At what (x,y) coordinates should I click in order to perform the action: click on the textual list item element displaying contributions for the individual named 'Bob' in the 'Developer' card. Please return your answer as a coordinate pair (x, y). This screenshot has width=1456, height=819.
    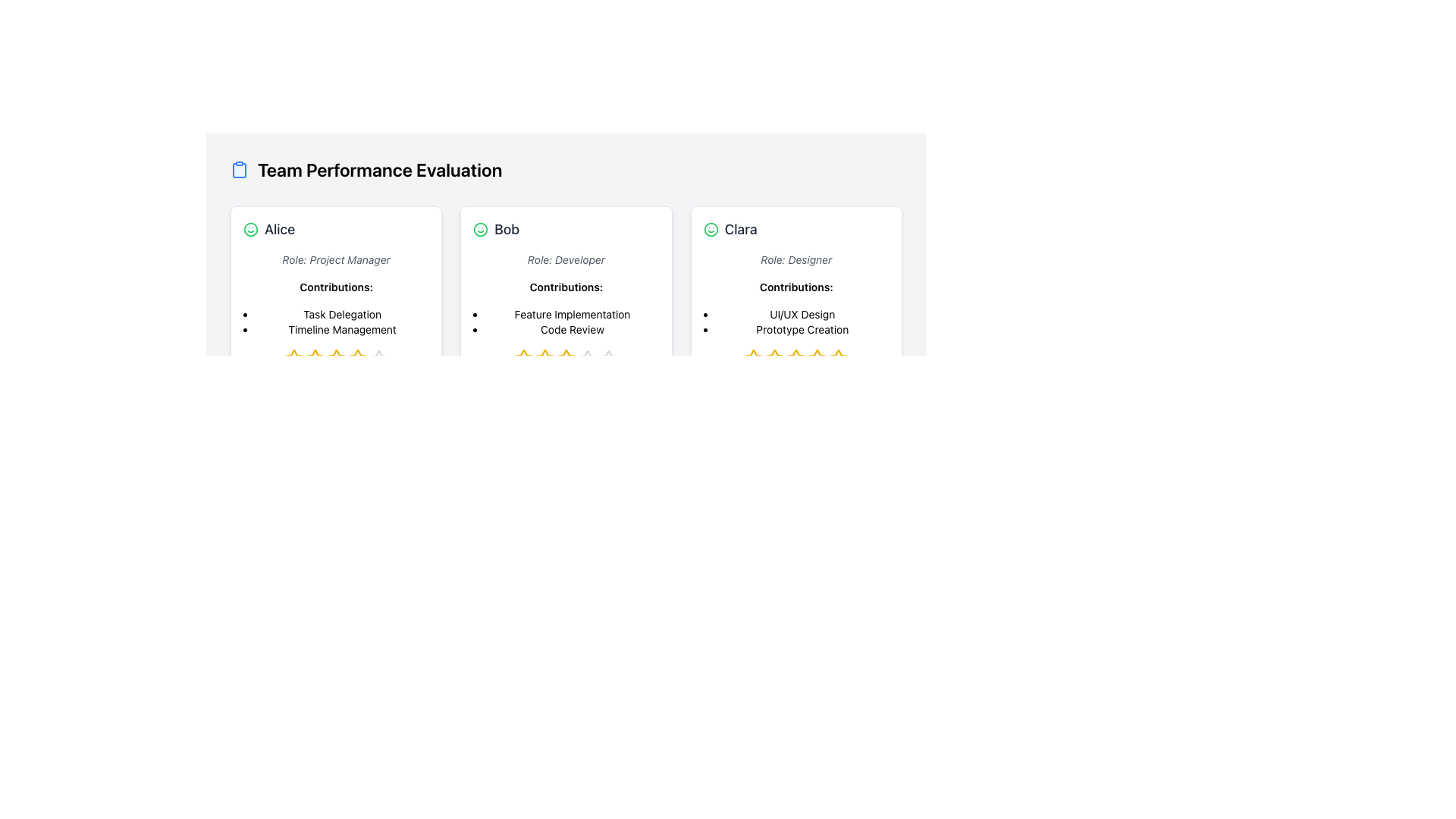
    Looking at the image, I should click on (571, 321).